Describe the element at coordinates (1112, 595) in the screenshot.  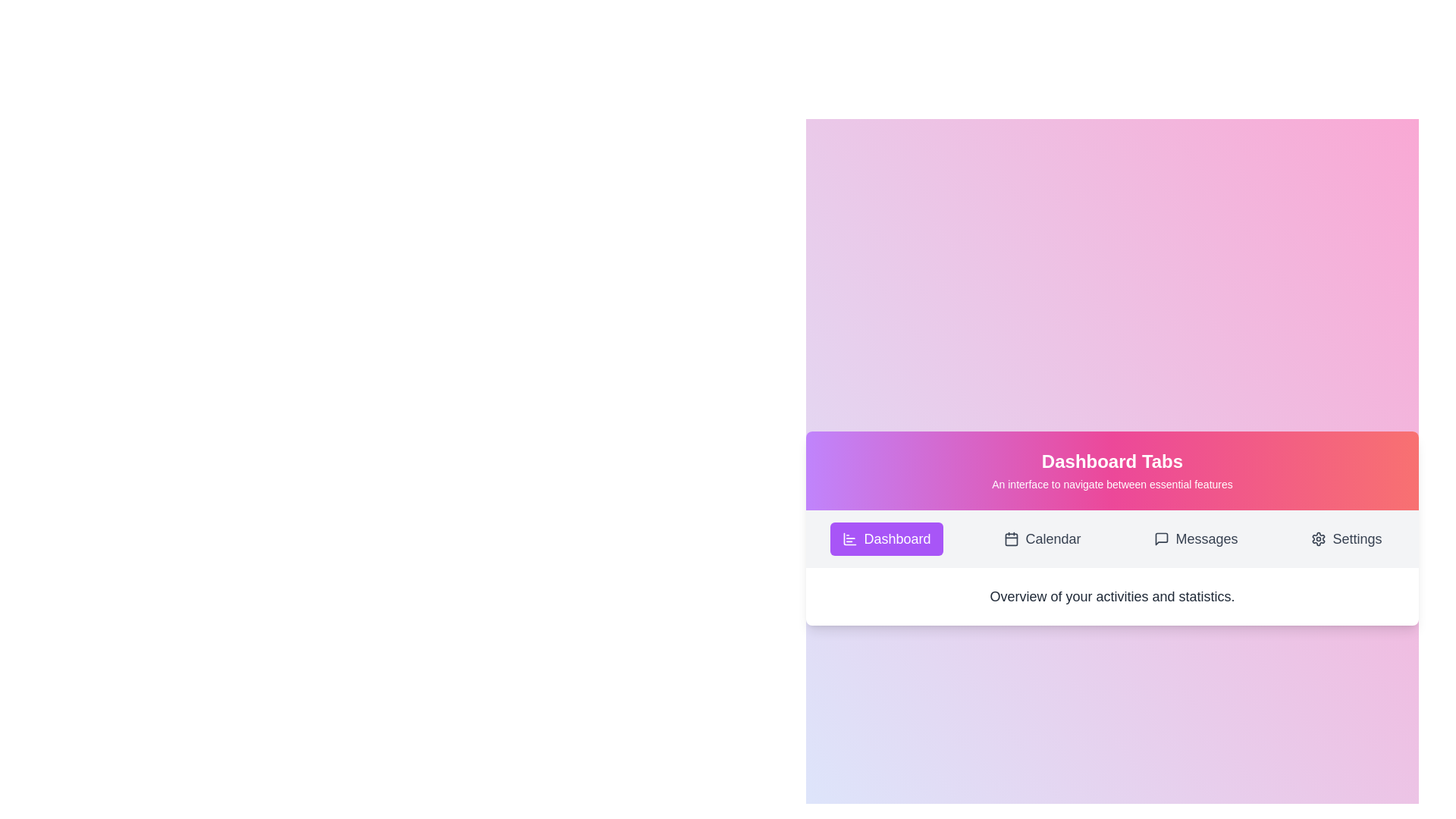
I see `the descriptive summary text located below the navigation bar to possibly trigger a tooltip` at that location.